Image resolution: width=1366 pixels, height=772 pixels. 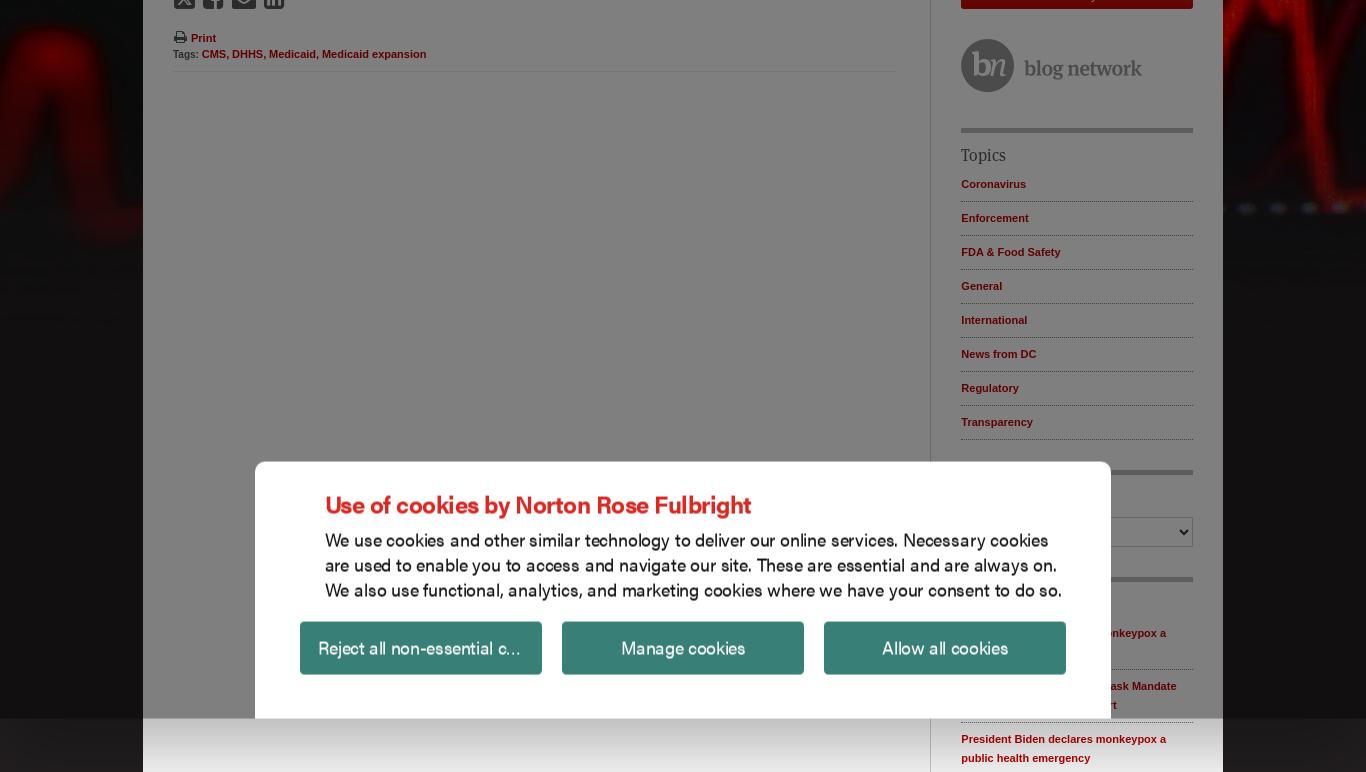 What do you see at coordinates (983, 154) in the screenshot?
I see `'Topics'` at bounding box center [983, 154].